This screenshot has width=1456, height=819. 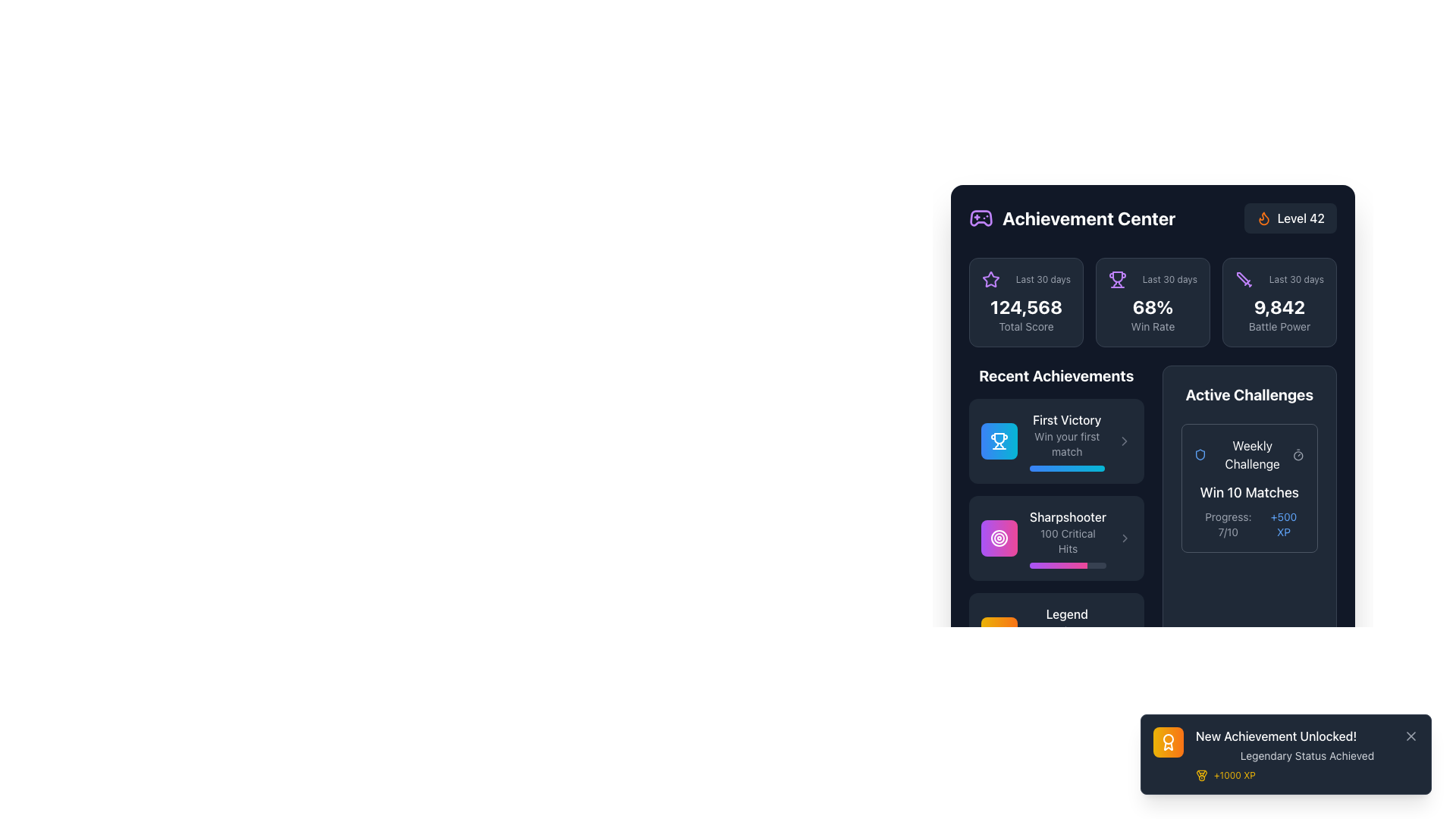 I want to click on the purple sword-like SVG graphic element located near the top right of the achievement panel interface, to the left of the level or status text label, so click(x=1243, y=278).